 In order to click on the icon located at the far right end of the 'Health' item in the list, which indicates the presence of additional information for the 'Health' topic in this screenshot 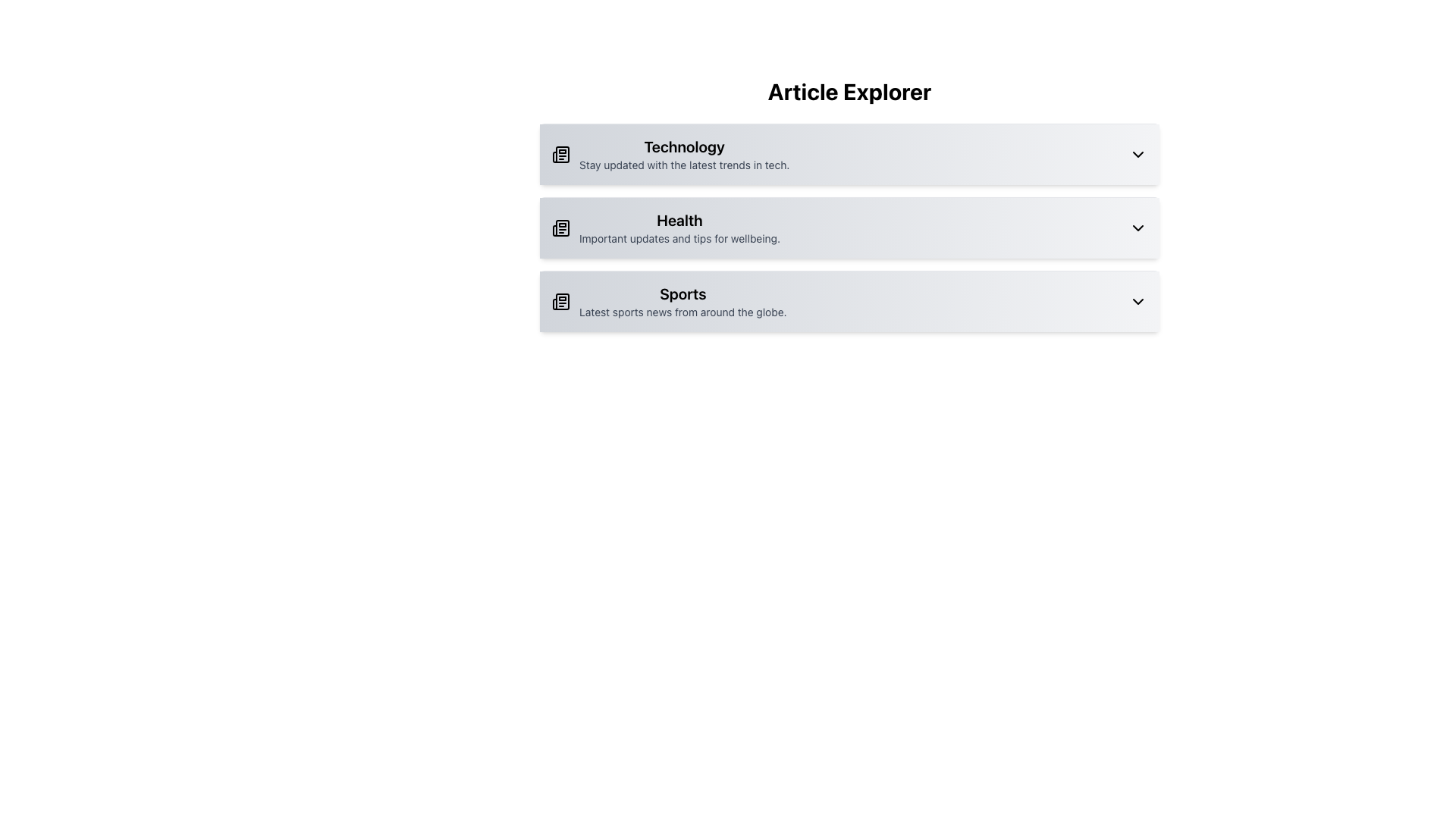, I will do `click(1138, 227)`.